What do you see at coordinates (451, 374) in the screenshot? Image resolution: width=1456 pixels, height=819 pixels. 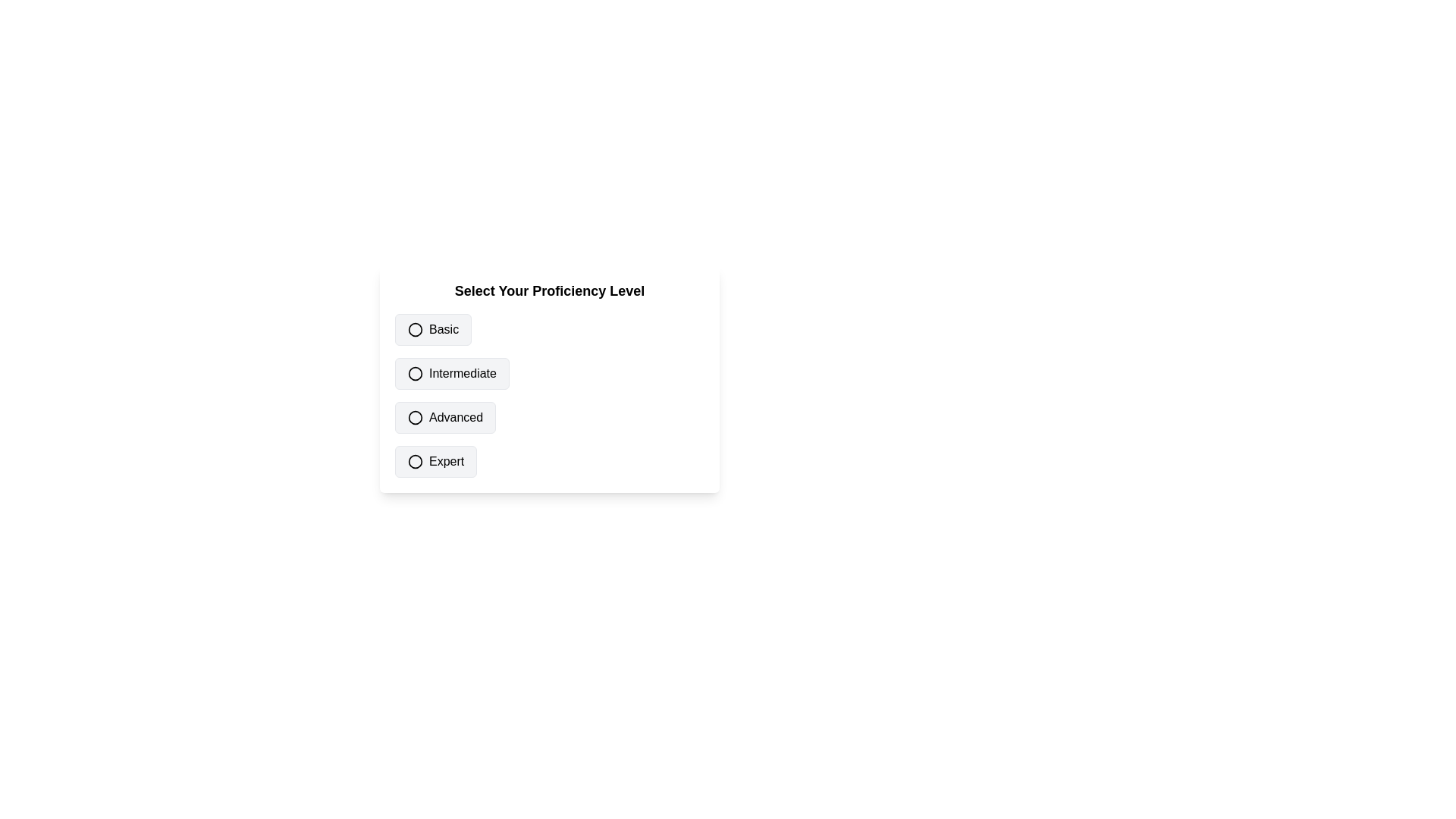 I see `the 'Intermediate' proficiency level radio button, the second option in the vertical list of proficiency levels, allowing for keyboard navigation` at bounding box center [451, 374].